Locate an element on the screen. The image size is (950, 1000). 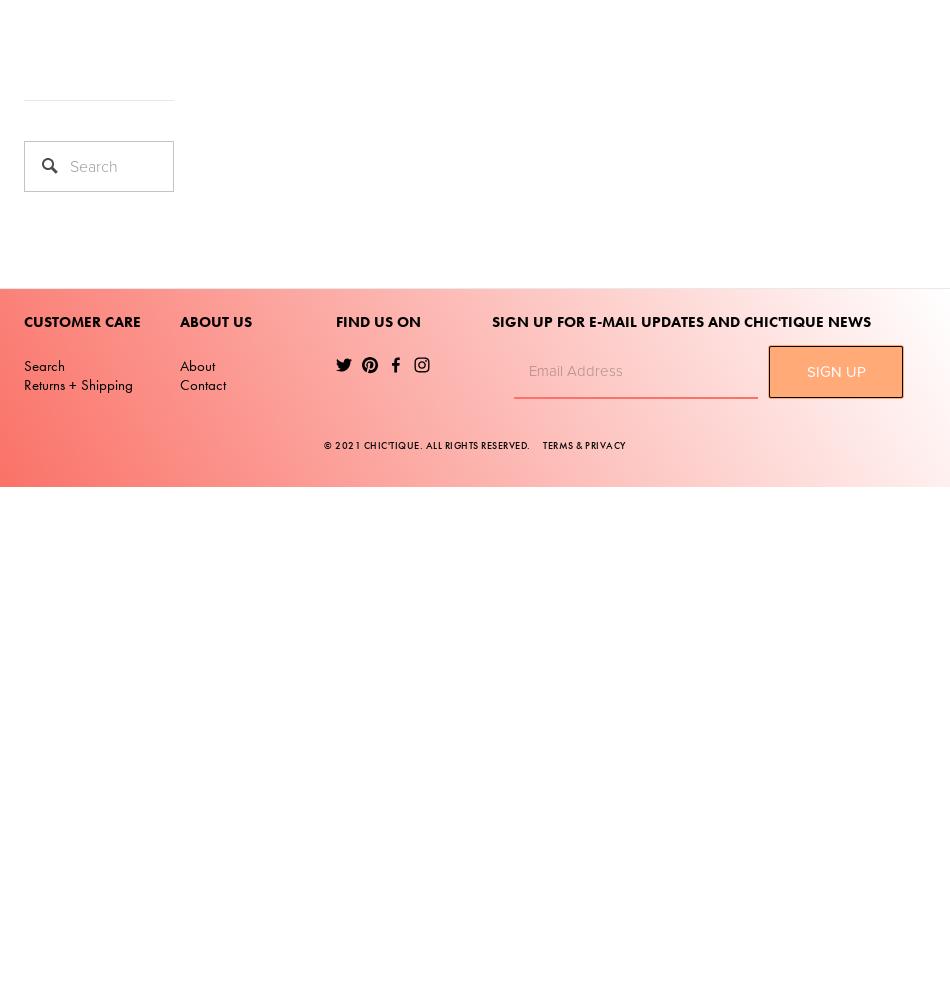
'SIGN UP FOR E-MAIL UPDATES AND CHIC'TIQUE NEWS' is located at coordinates (492, 321).